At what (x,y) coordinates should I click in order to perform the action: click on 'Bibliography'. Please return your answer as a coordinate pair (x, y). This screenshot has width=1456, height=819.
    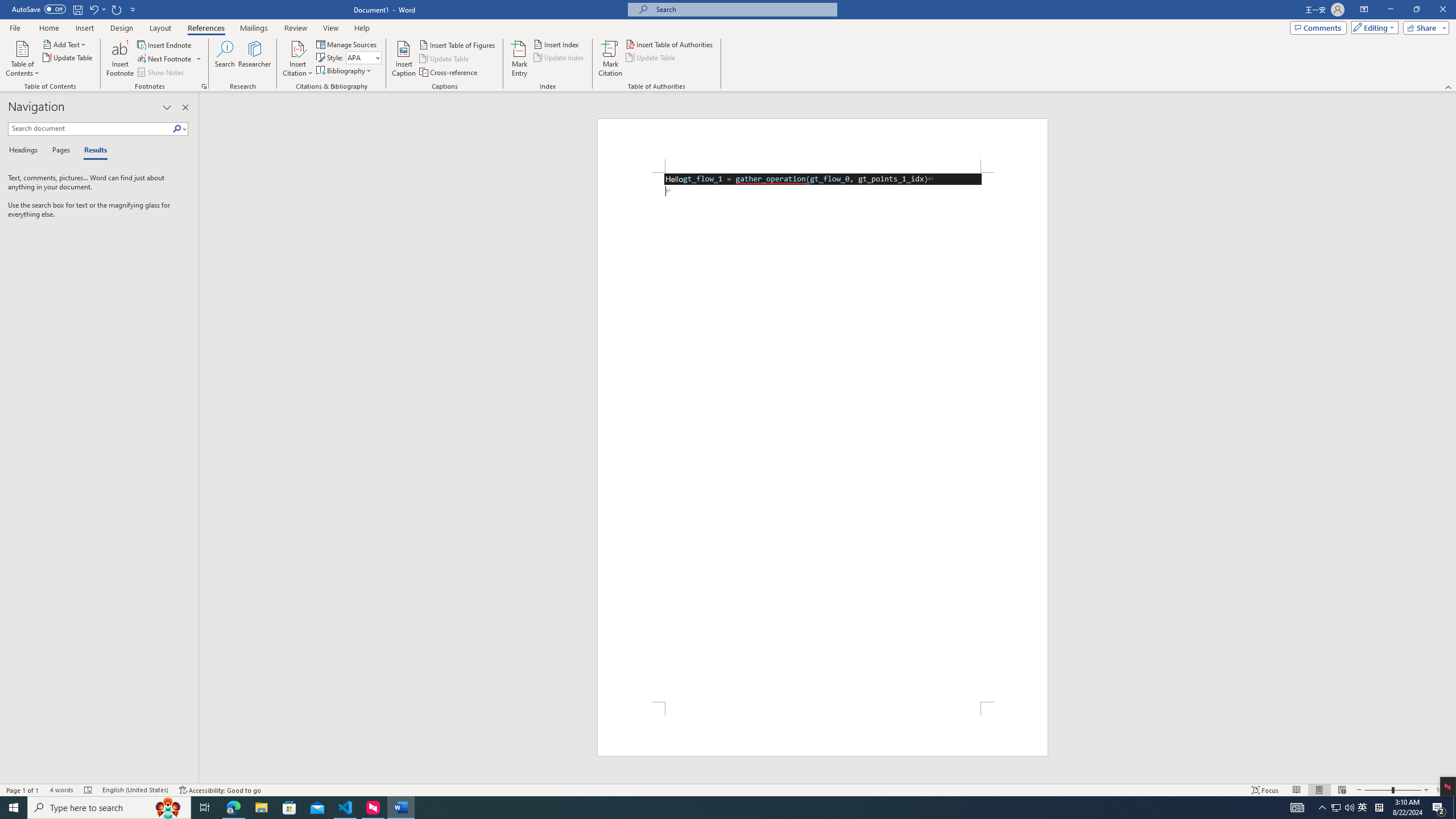
    Looking at the image, I should click on (345, 69).